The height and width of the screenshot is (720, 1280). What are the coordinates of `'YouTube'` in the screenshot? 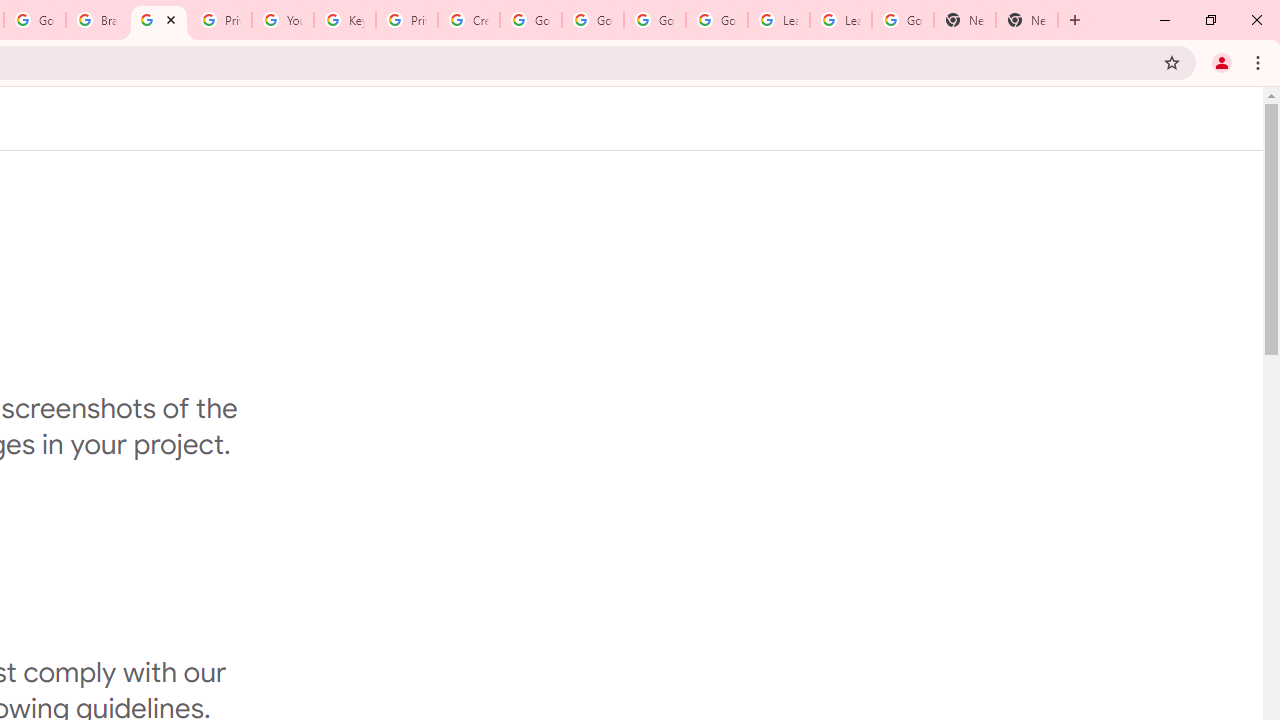 It's located at (281, 20).